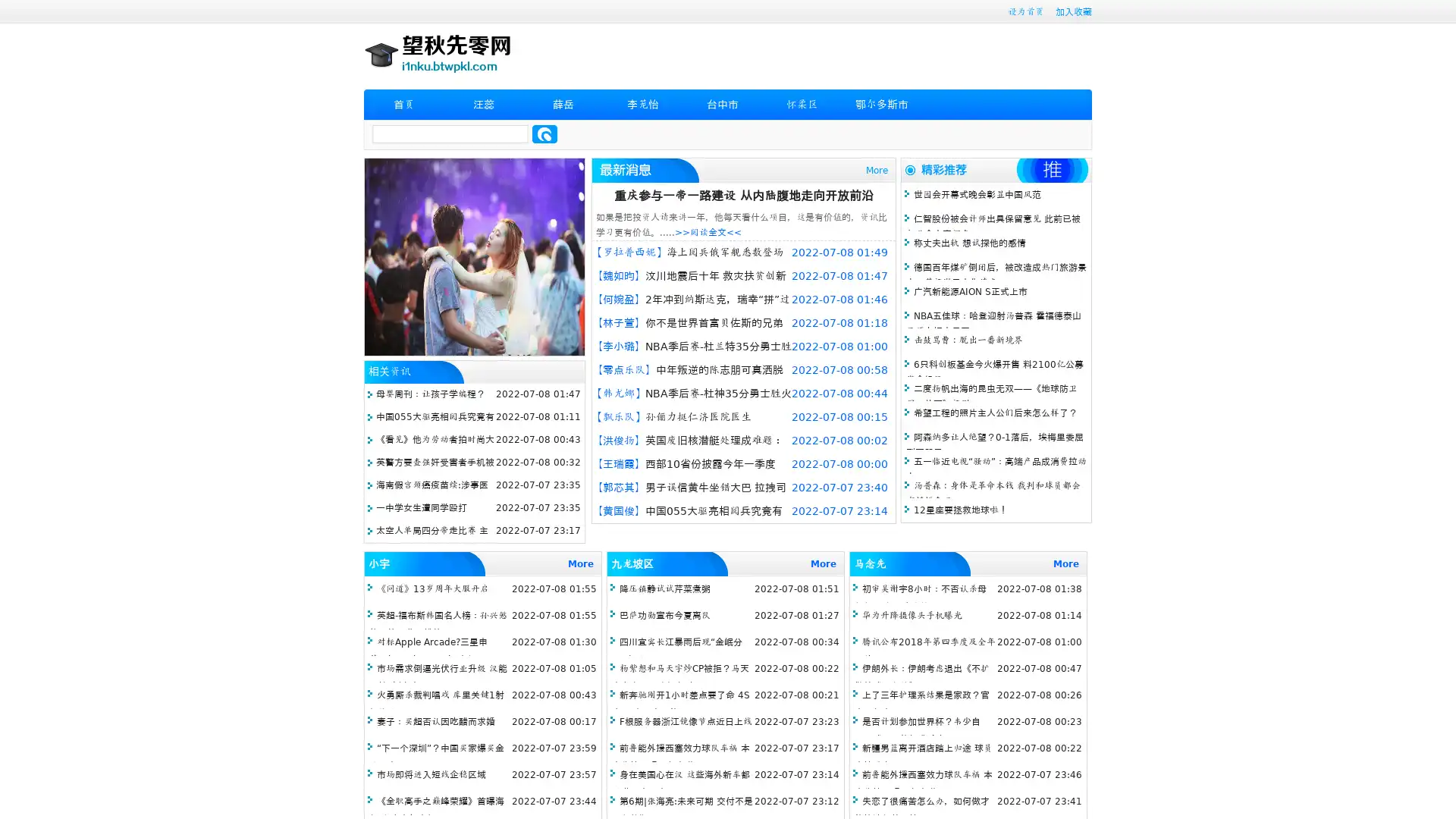  Describe the element at coordinates (544, 133) in the screenshot. I see `Search` at that location.